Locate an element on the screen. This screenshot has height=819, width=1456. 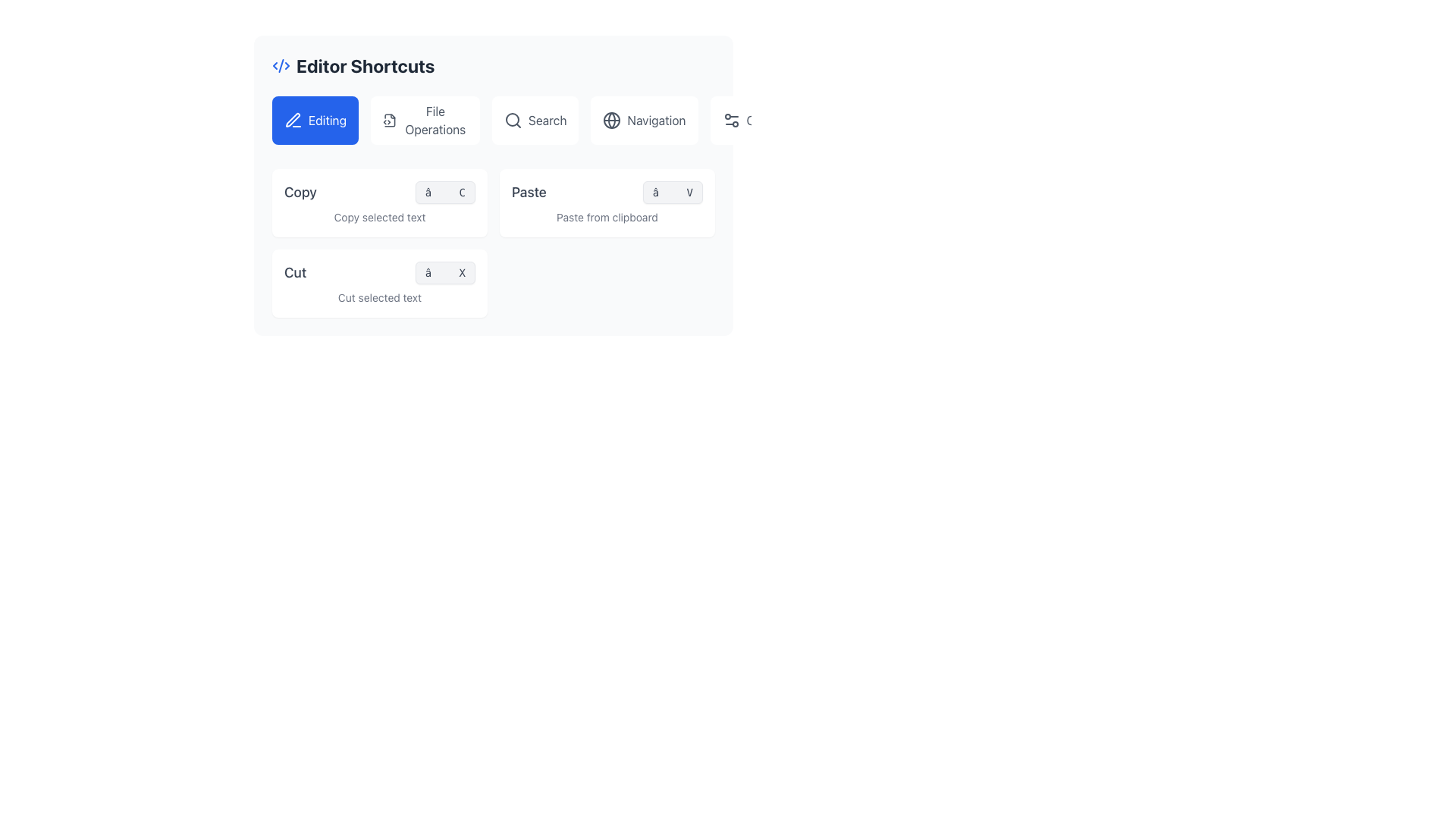
the small SVG icon representing a document with code elements, located adjacent to the text label 'File Operations', as a static visual indicator is located at coordinates (390, 119).